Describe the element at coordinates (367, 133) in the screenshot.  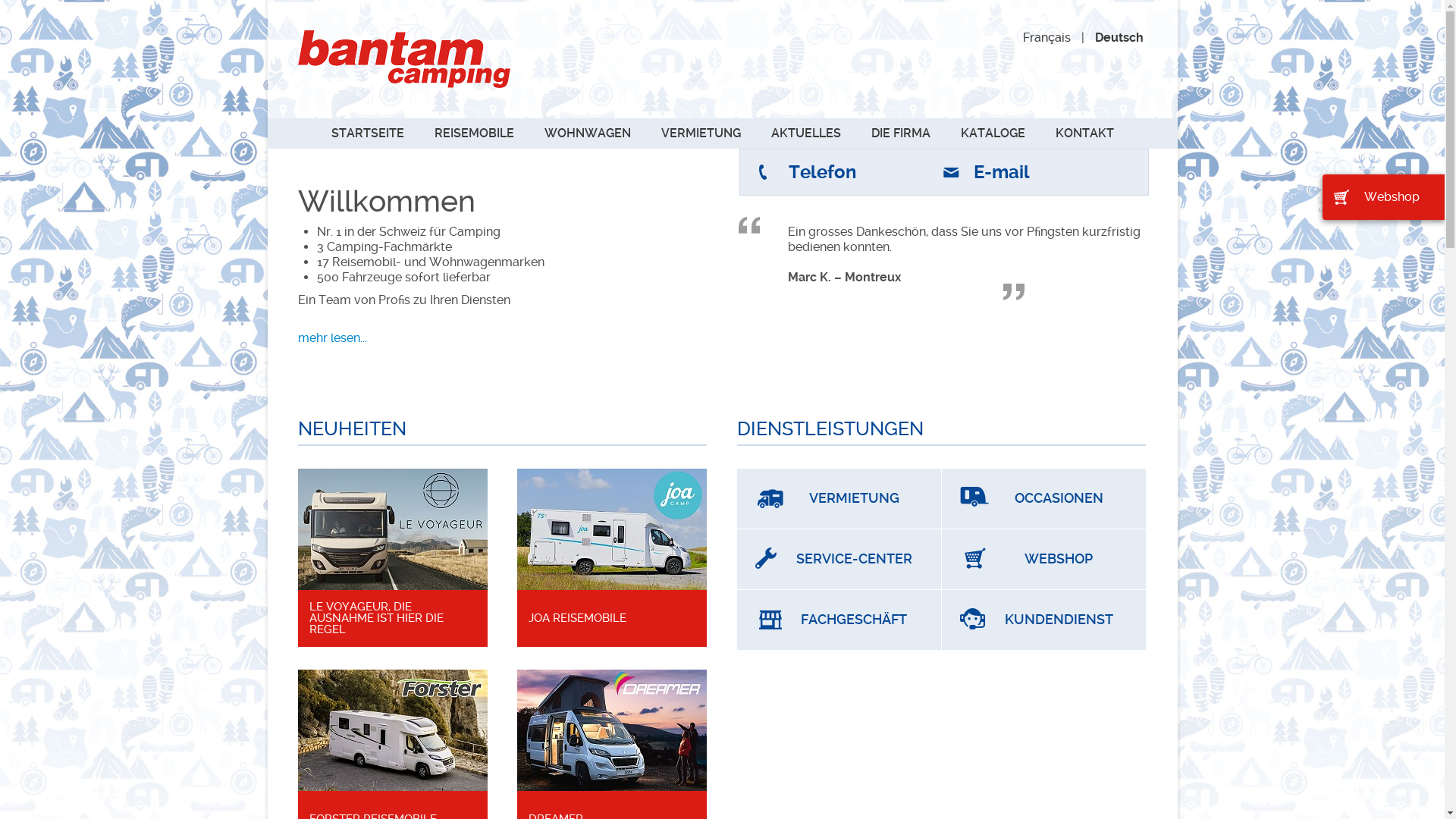
I see `'STARTSEITE'` at that location.